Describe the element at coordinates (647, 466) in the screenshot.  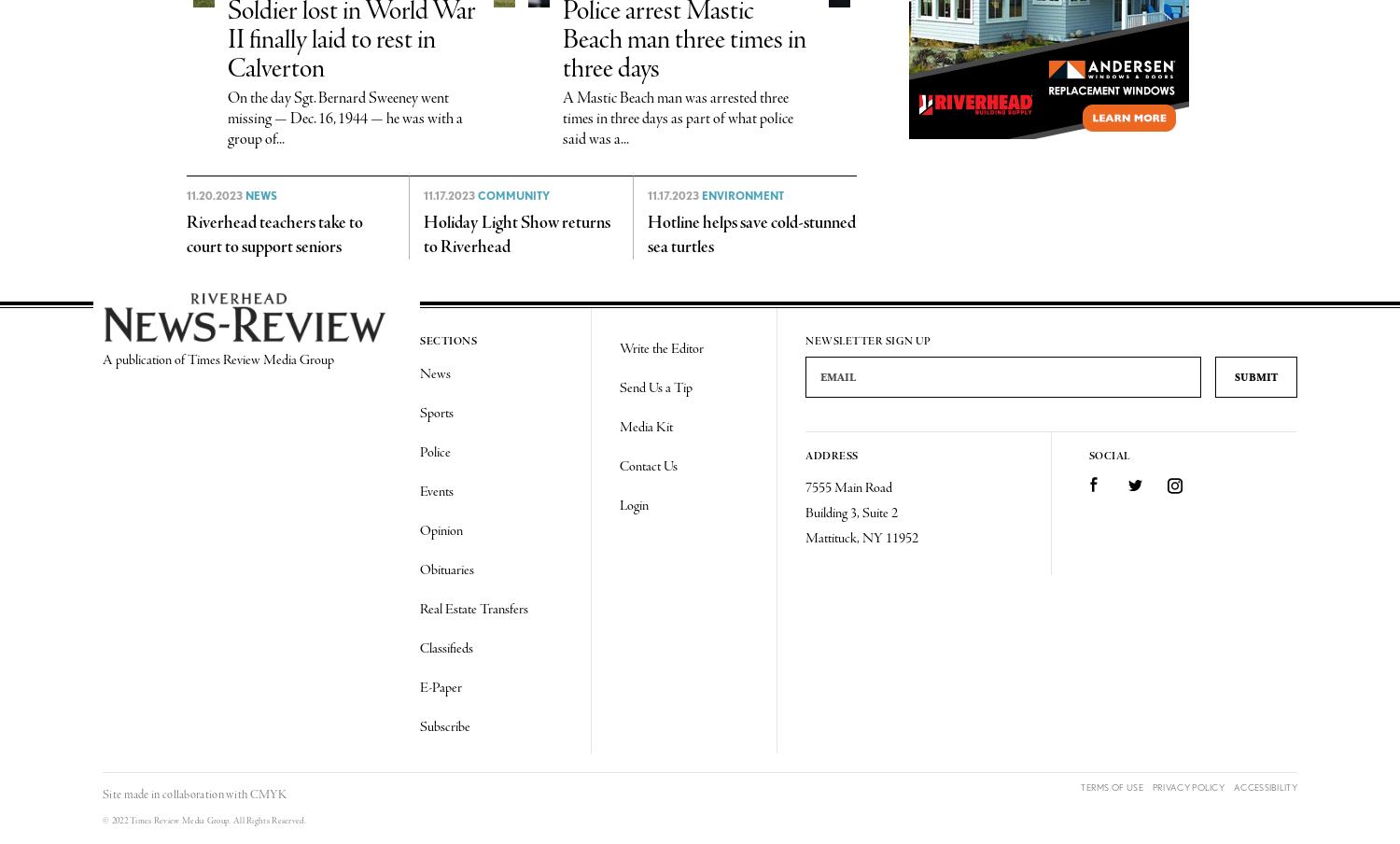
I see `'Contact Us'` at that location.